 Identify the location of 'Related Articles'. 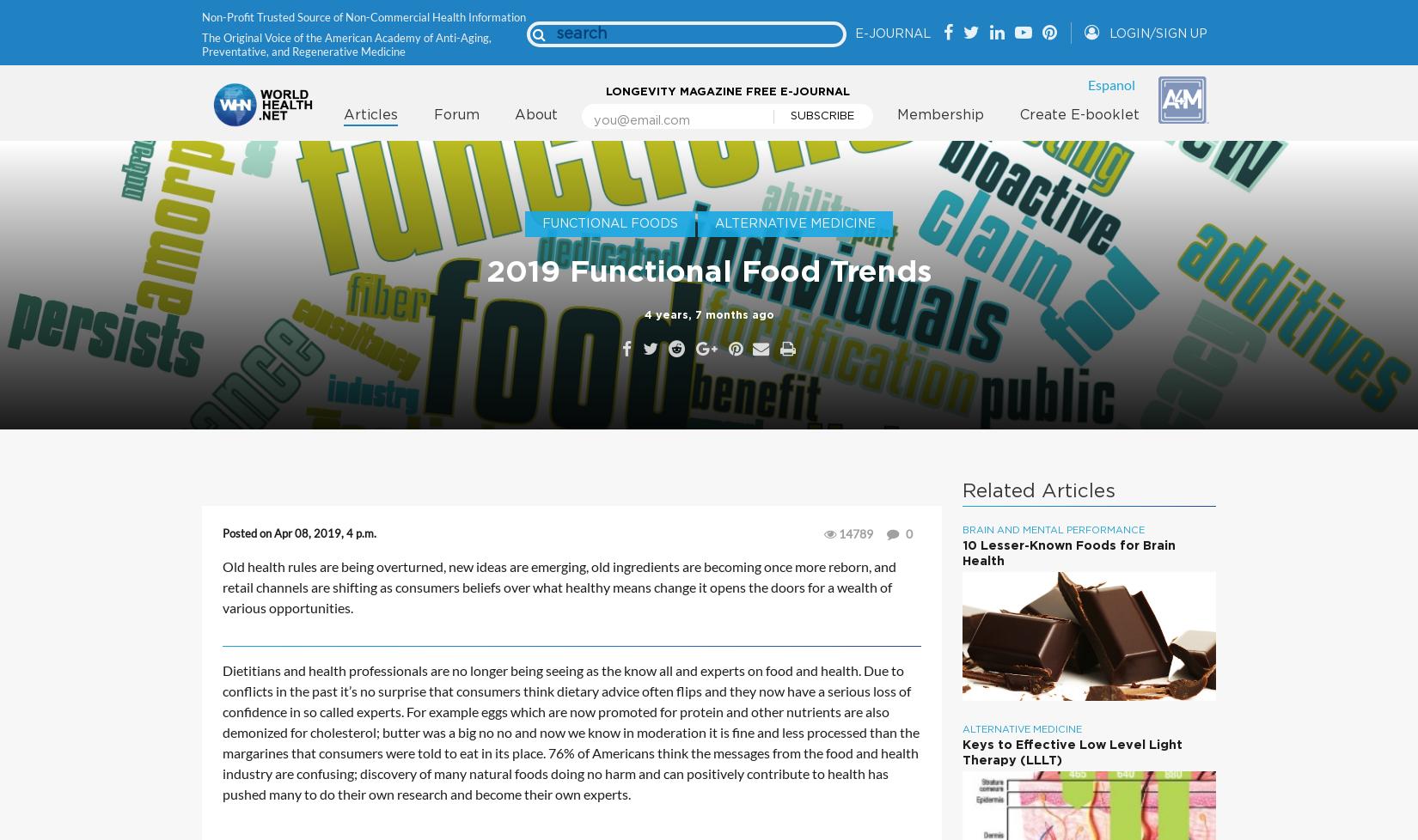
(1038, 491).